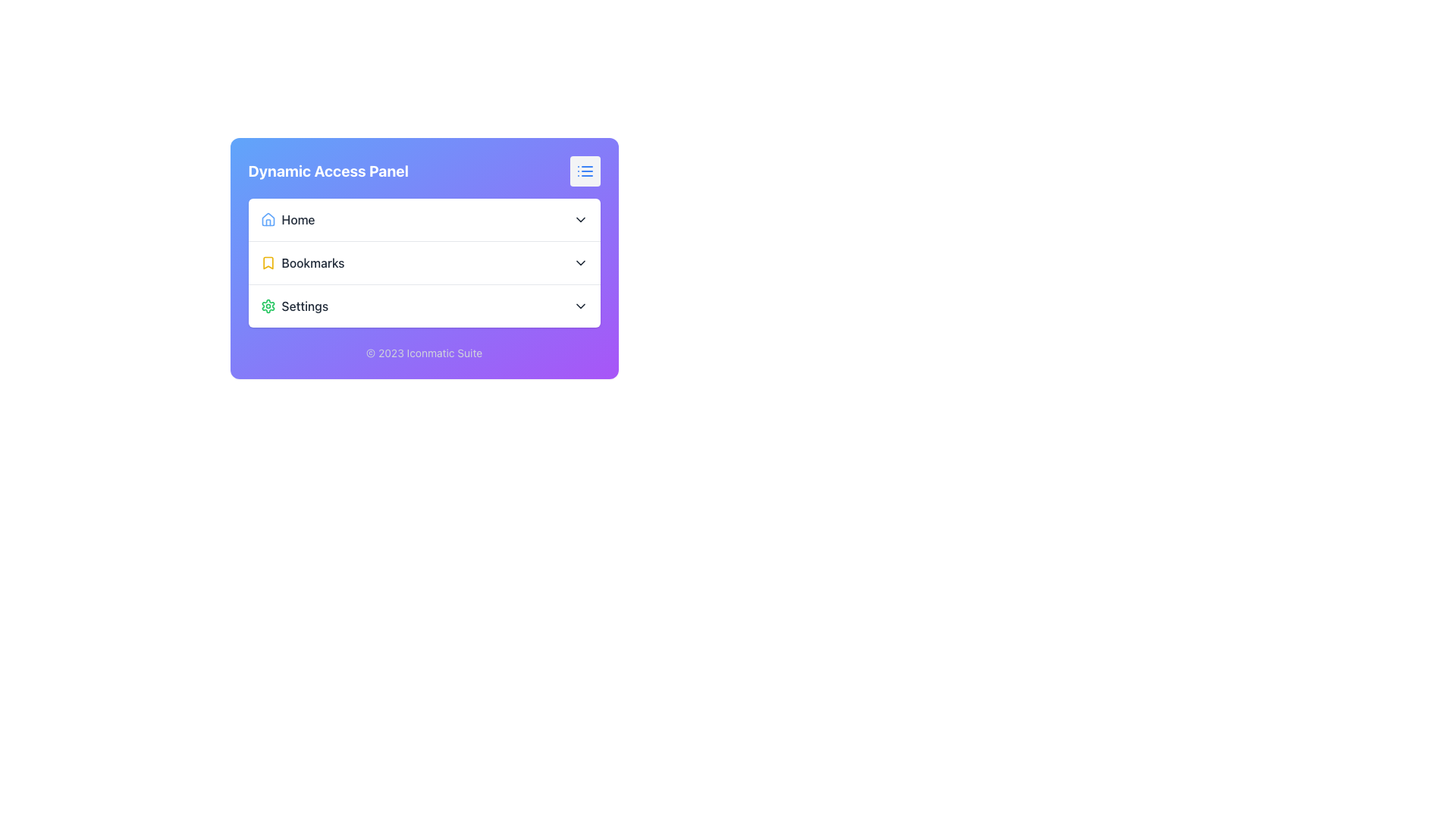 This screenshot has width=1456, height=819. Describe the element at coordinates (268, 262) in the screenshot. I see `the yellow bookmark-like icon located to the left of the 'Bookmarks' label in the second row of the list` at that location.